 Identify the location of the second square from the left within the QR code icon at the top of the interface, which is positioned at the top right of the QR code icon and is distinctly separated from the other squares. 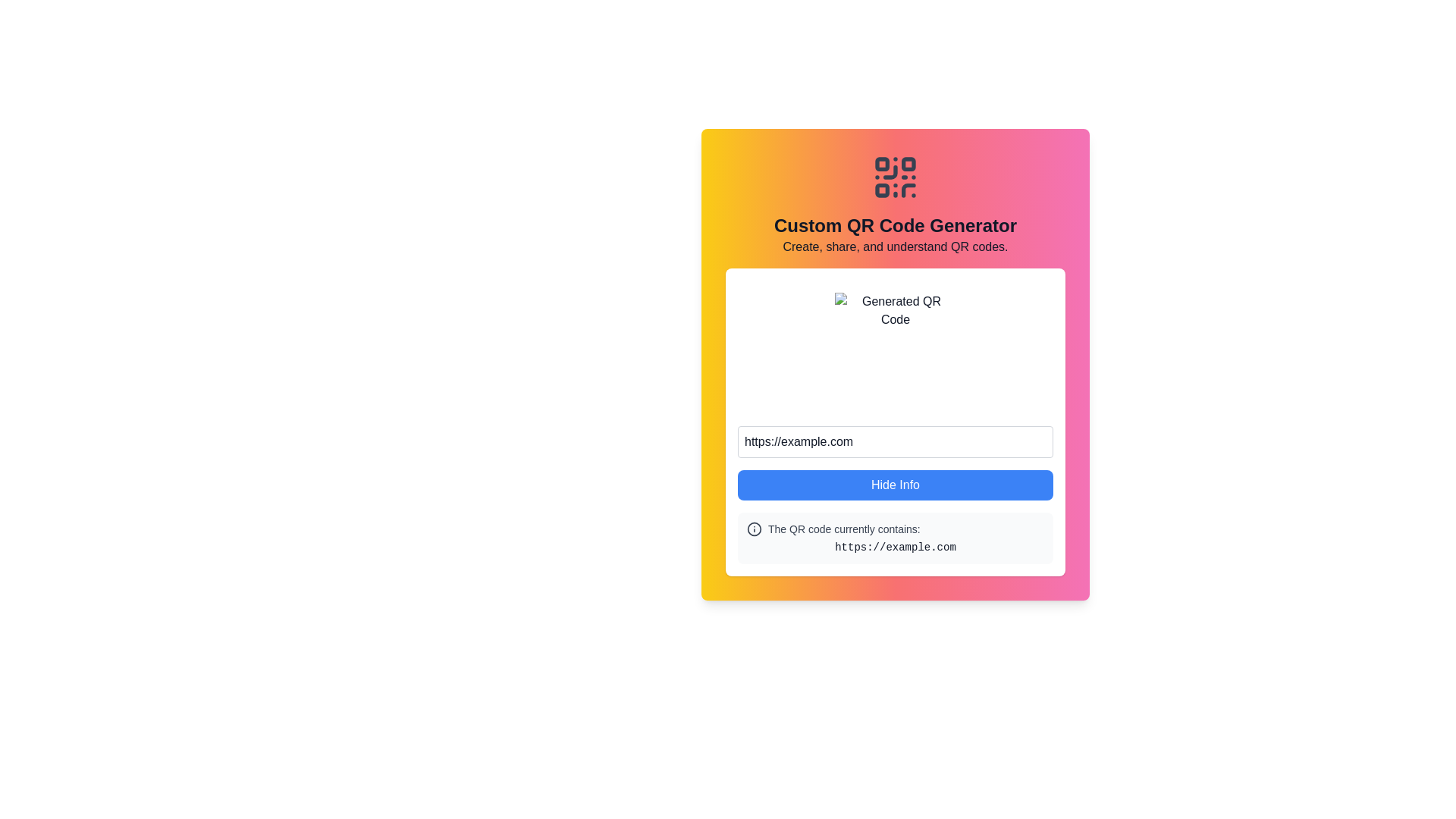
(908, 164).